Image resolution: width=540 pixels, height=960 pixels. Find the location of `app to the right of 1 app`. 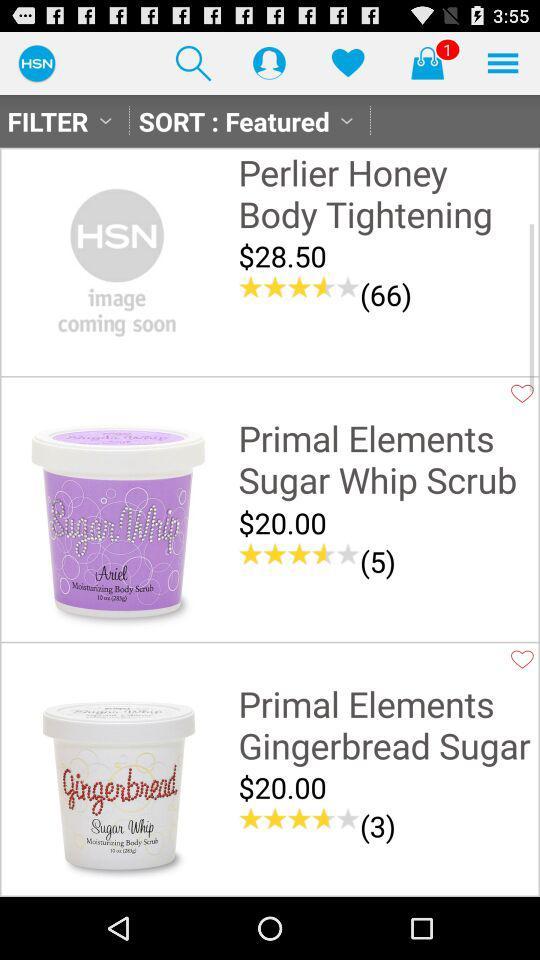

app to the right of 1 app is located at coordinates (502, 62).